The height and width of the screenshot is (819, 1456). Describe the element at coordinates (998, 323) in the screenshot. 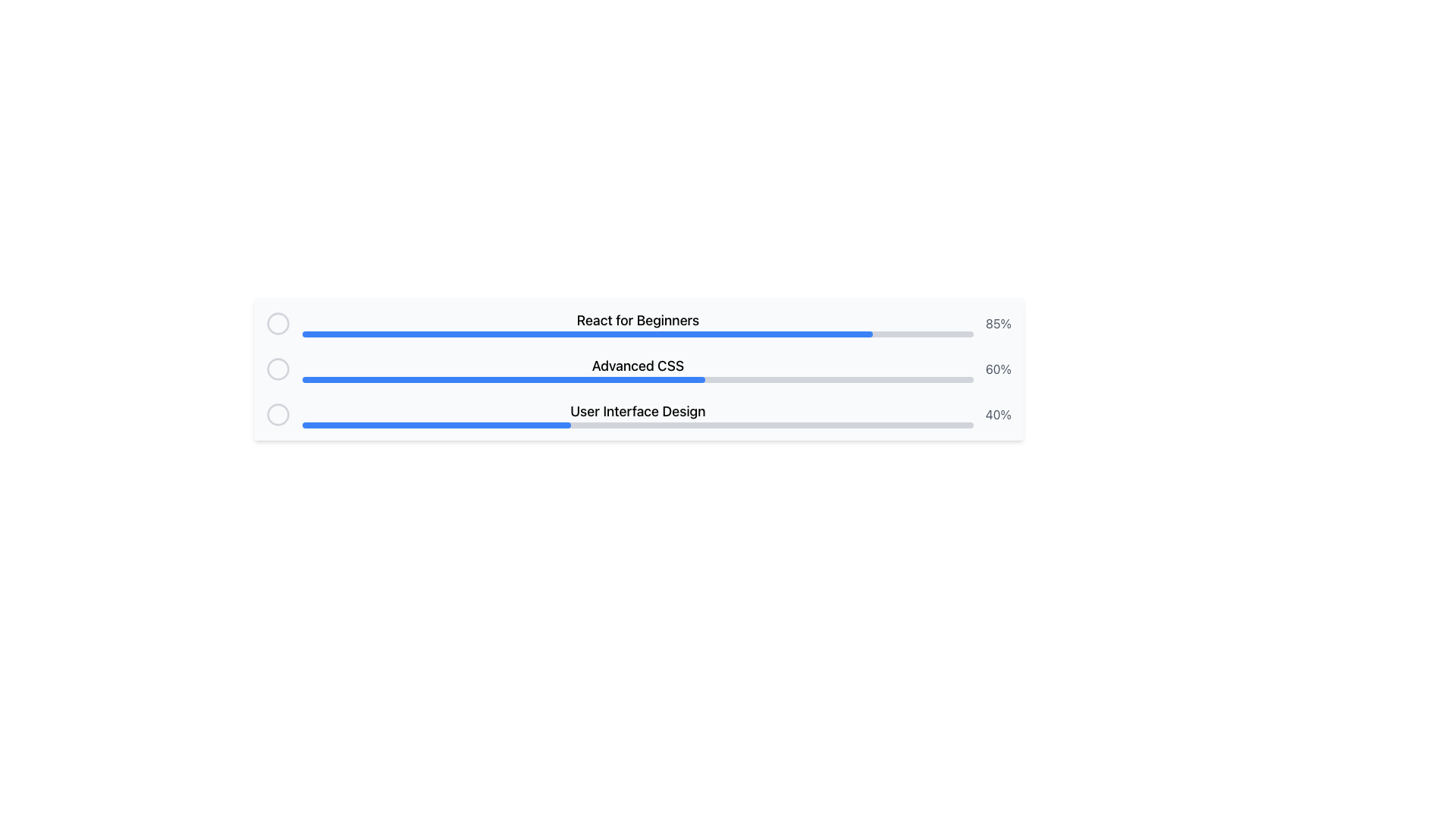

I see `the text label displaying '85%' that is styled in gray color, positioned to the far right of the progress bar for 'React for Beginners'` at that location.